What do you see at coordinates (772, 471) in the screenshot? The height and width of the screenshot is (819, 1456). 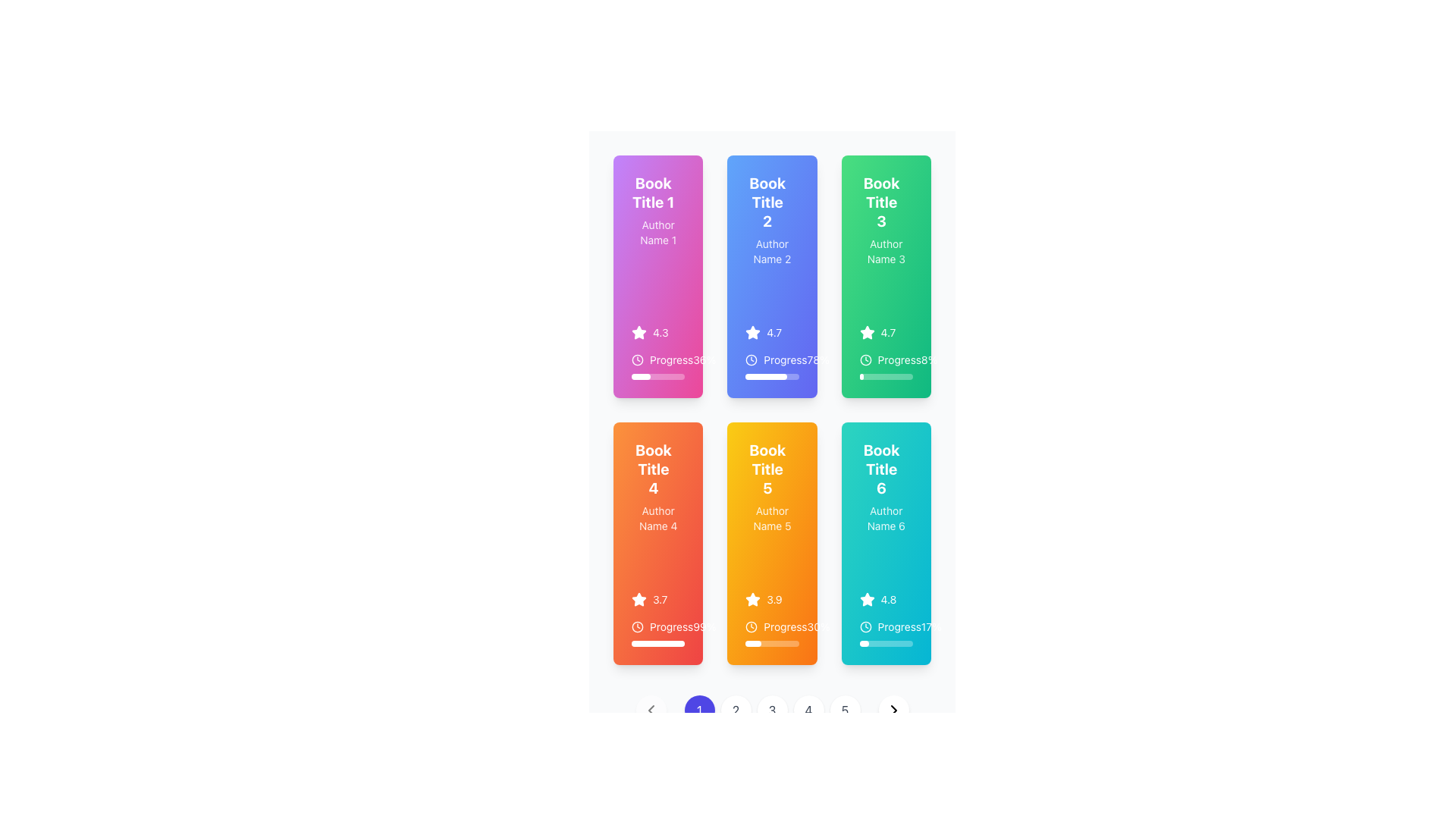 I see `the Text header displaying the title 'Book Title 5' associated with 'Author Name 5' within the card` at bounding box center [772, 471].